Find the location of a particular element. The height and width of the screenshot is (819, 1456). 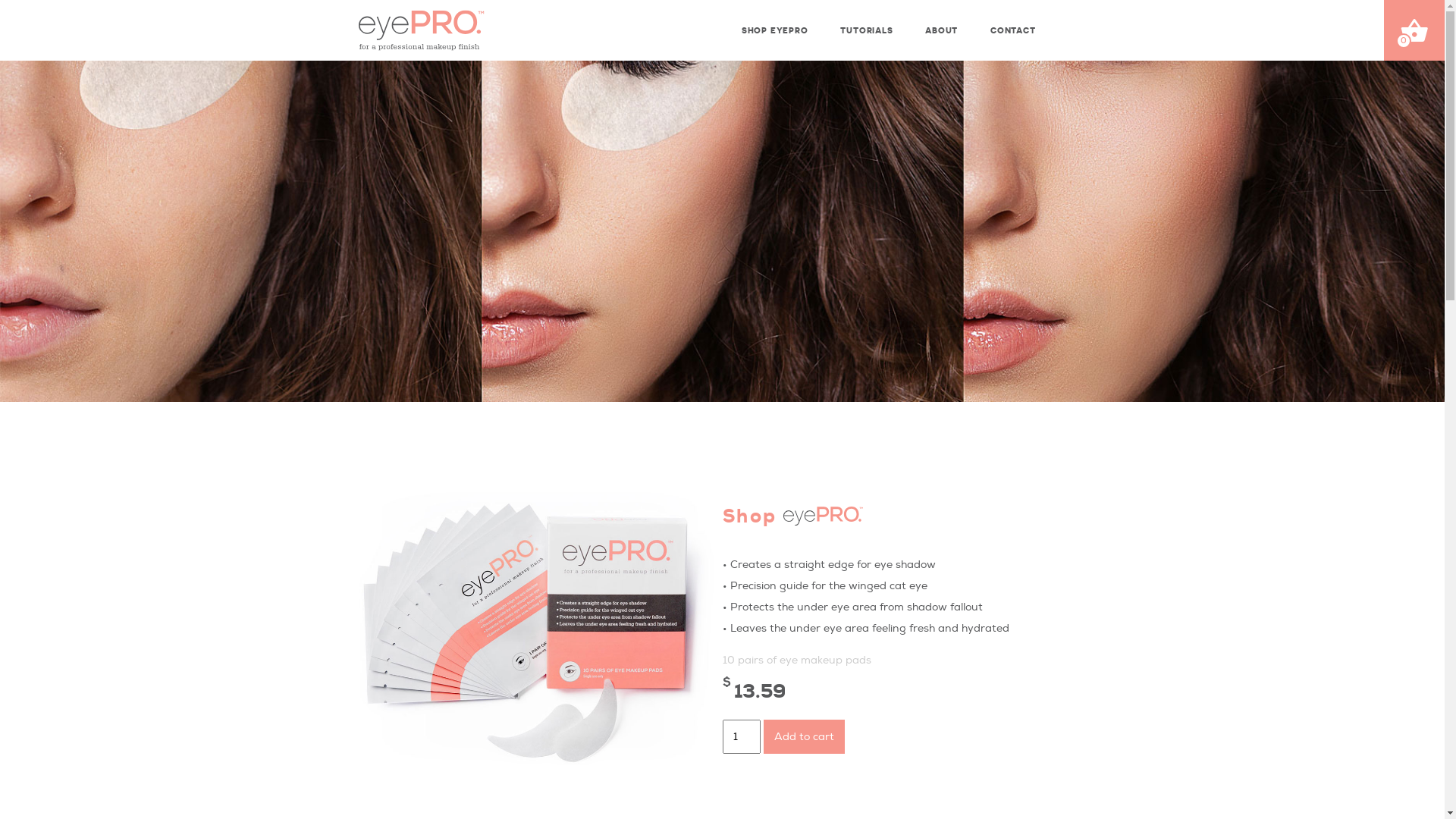

'SHOP EYEPRO' is located at coordinates (773, 25).